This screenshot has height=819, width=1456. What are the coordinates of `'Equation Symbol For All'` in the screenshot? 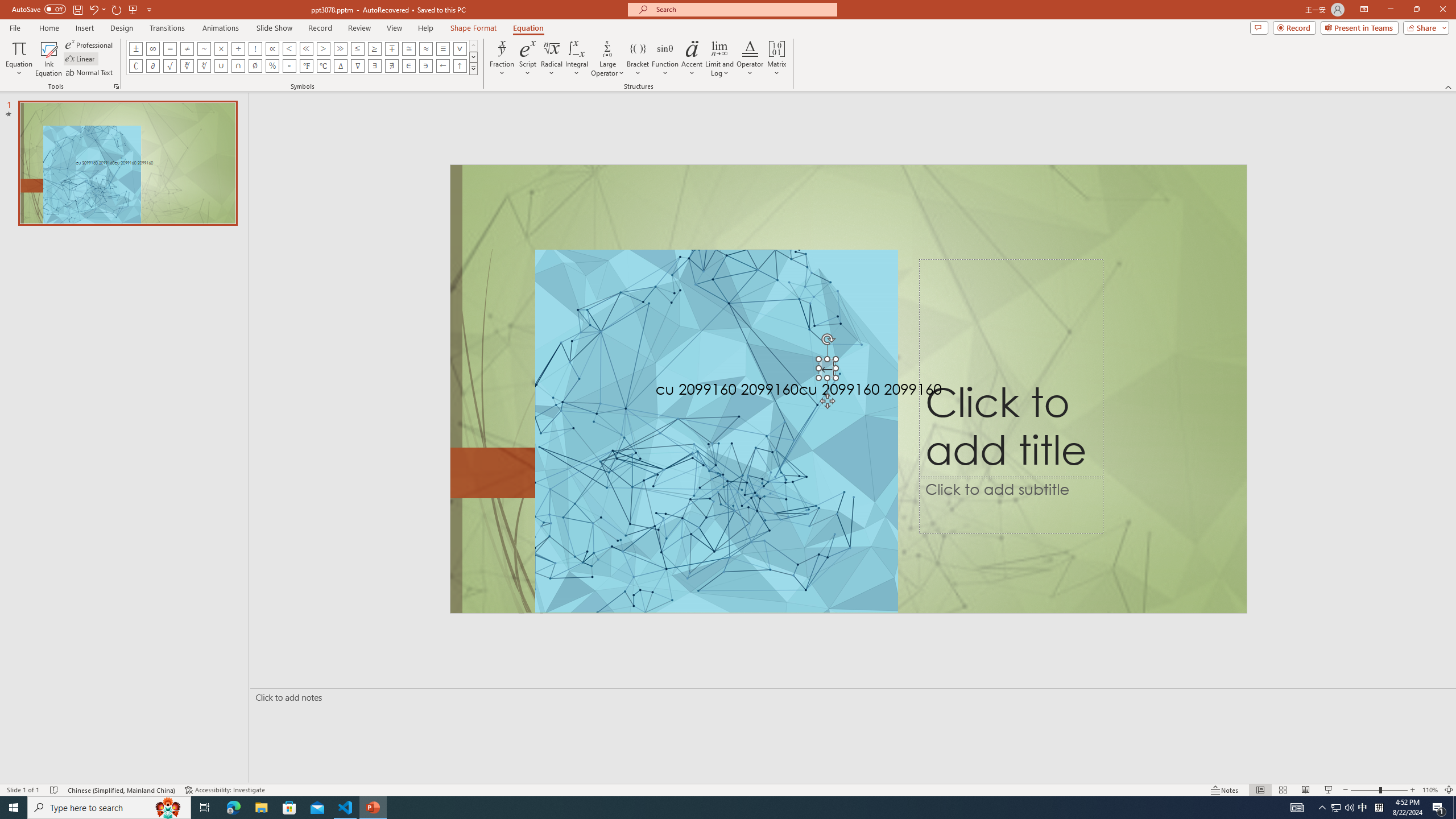 It's located at (459, 48).